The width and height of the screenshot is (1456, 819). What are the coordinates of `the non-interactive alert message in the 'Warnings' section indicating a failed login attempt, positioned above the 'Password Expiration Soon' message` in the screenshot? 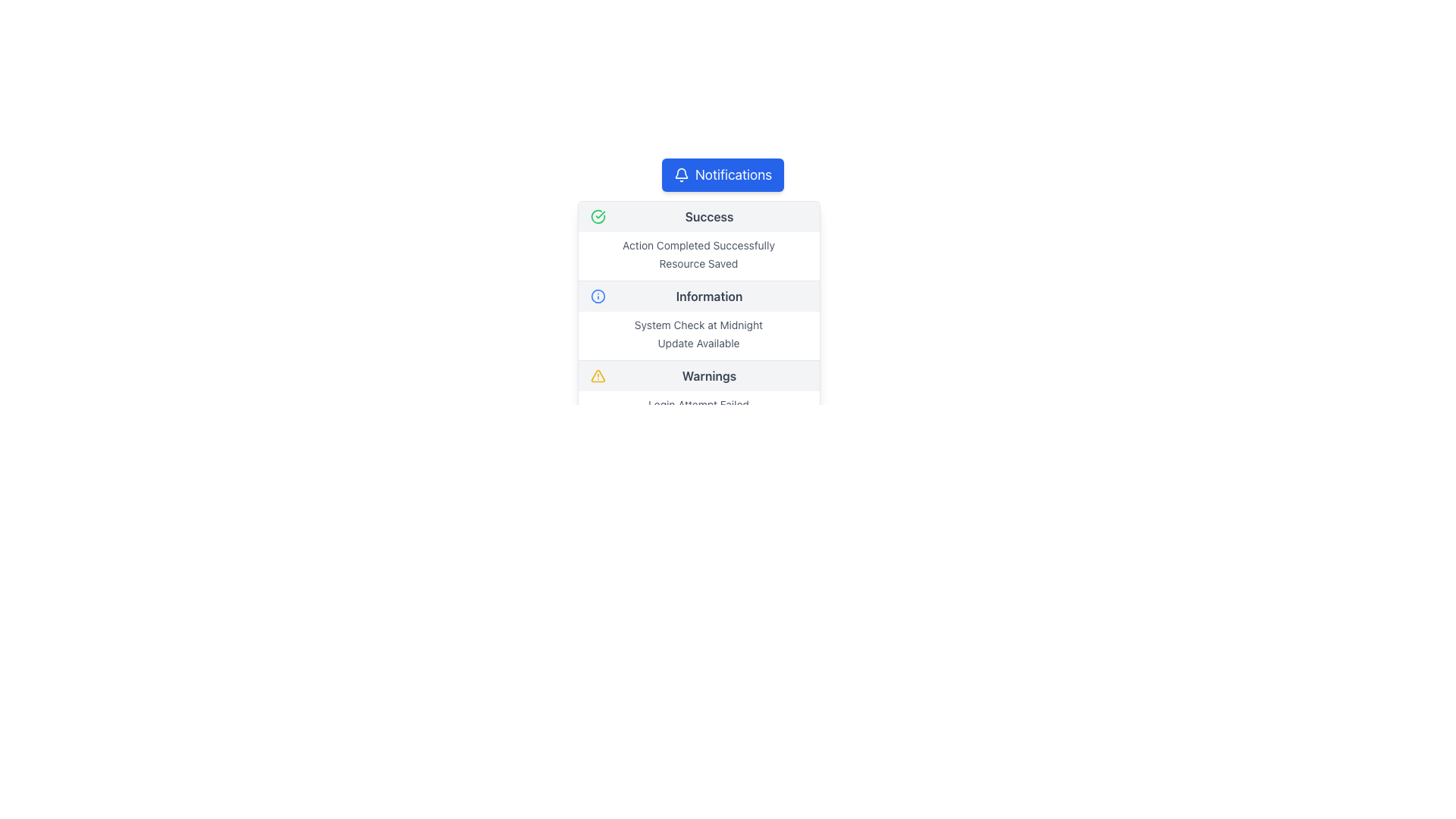 It's located at (698, 403).